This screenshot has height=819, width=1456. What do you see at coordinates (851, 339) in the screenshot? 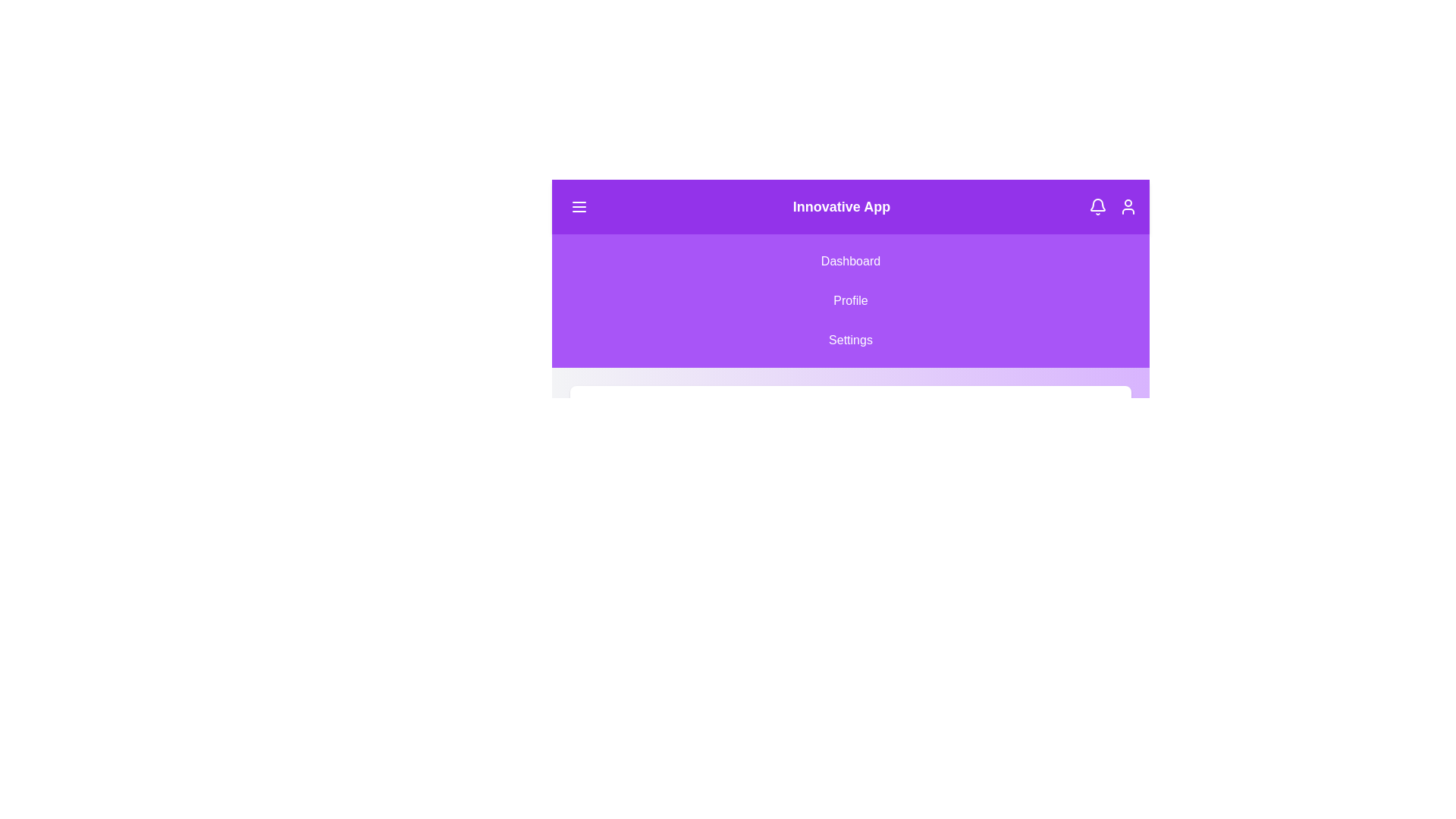
I see `the Settings from the navigation menu` at bounding box center [851, 339].